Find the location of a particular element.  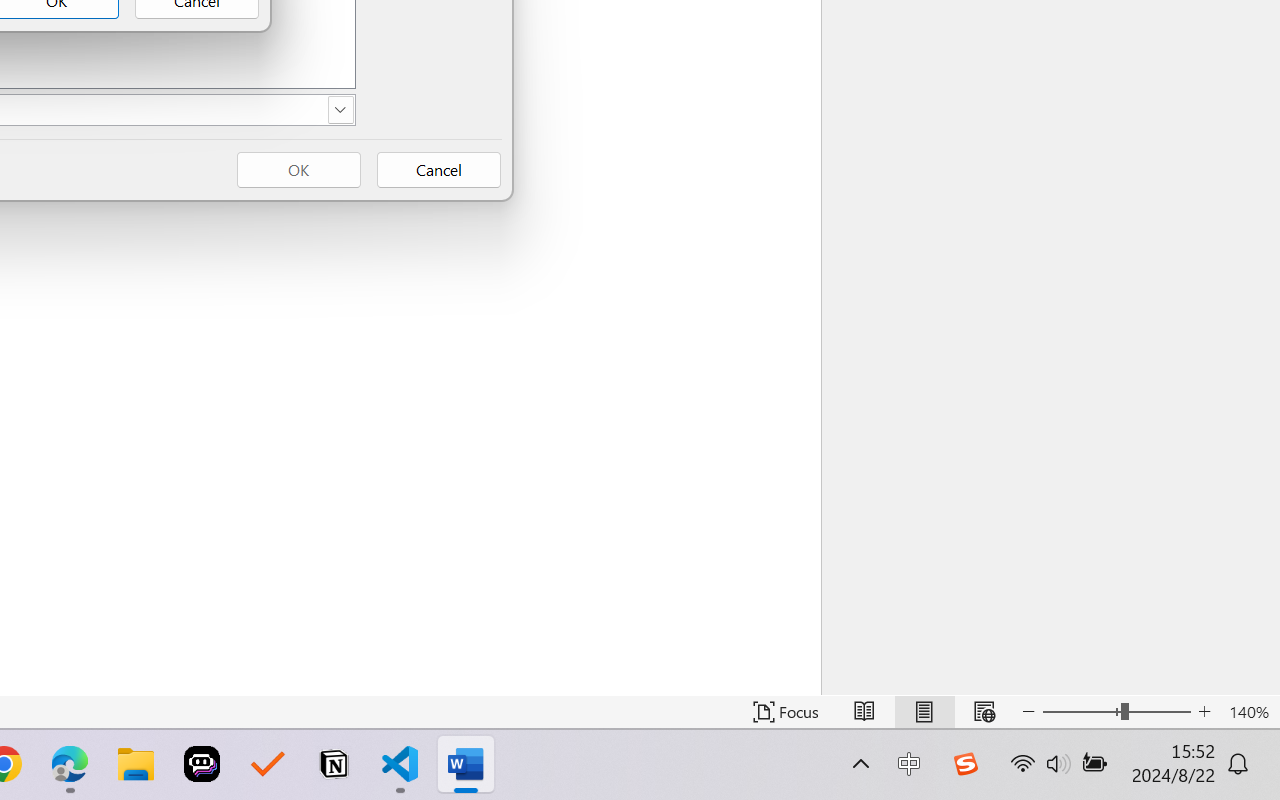

'Web Layout' is located at coordinates (984, 711).